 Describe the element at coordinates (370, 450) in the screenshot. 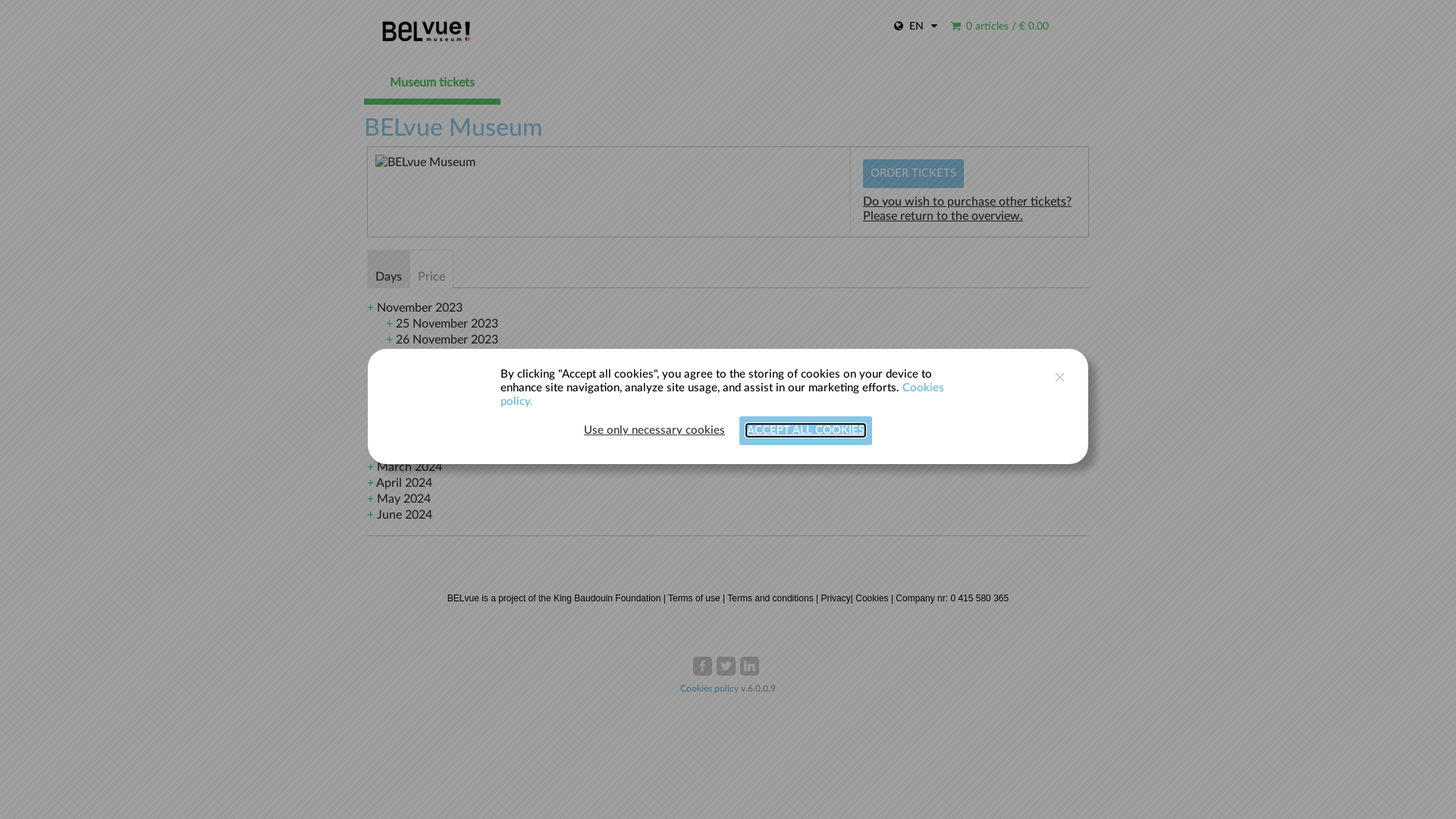

I see `'+'` at that location.